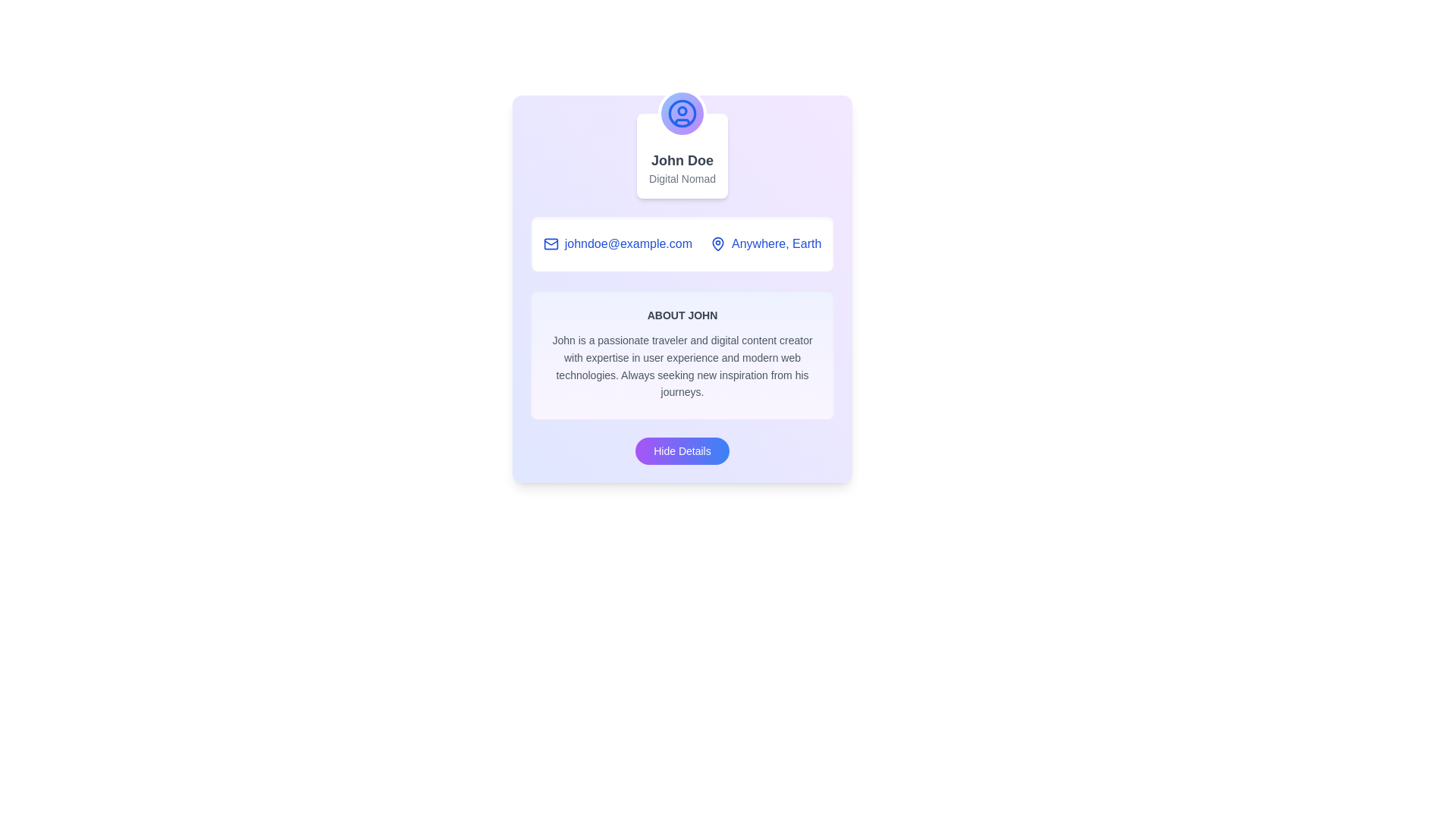  Describe the element at coordinates (682, 155) in the screenshot. I see `the text display component that contains the name 'John Doe' and the subtitle 'Digital Nomad'` at that location.